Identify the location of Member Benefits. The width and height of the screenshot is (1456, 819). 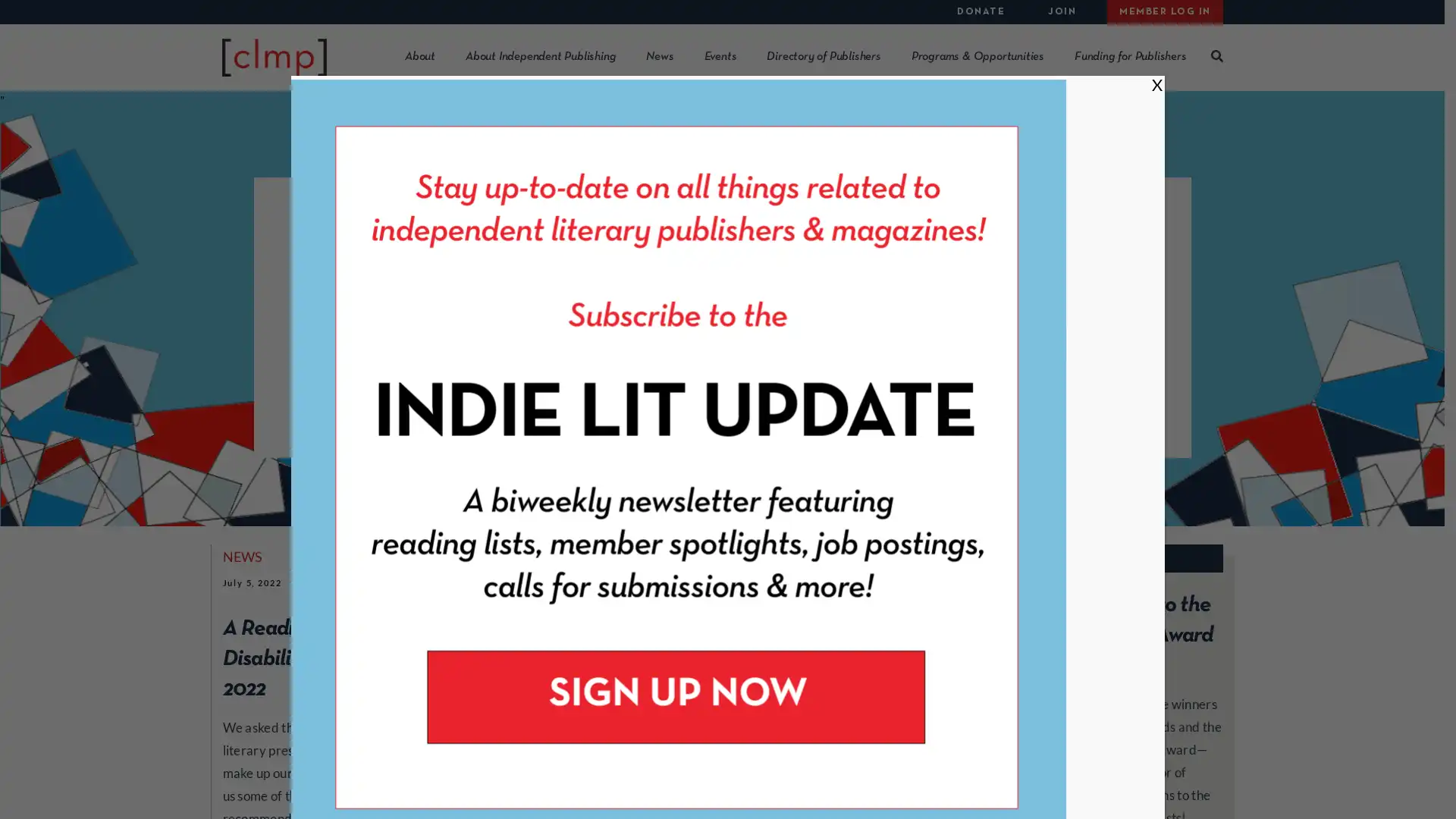
(1078, 326).